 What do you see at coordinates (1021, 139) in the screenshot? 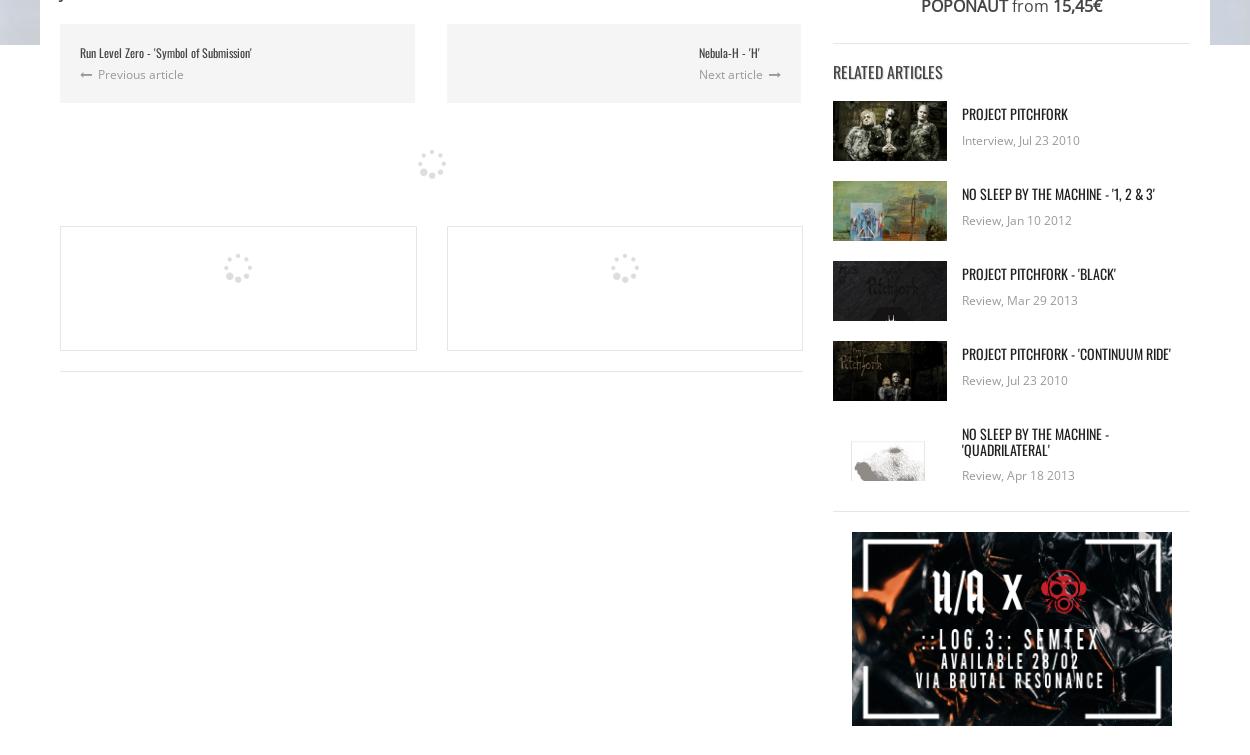
I see `'Interview, Jul 23 2010'` at bounding box center [1021, 139].